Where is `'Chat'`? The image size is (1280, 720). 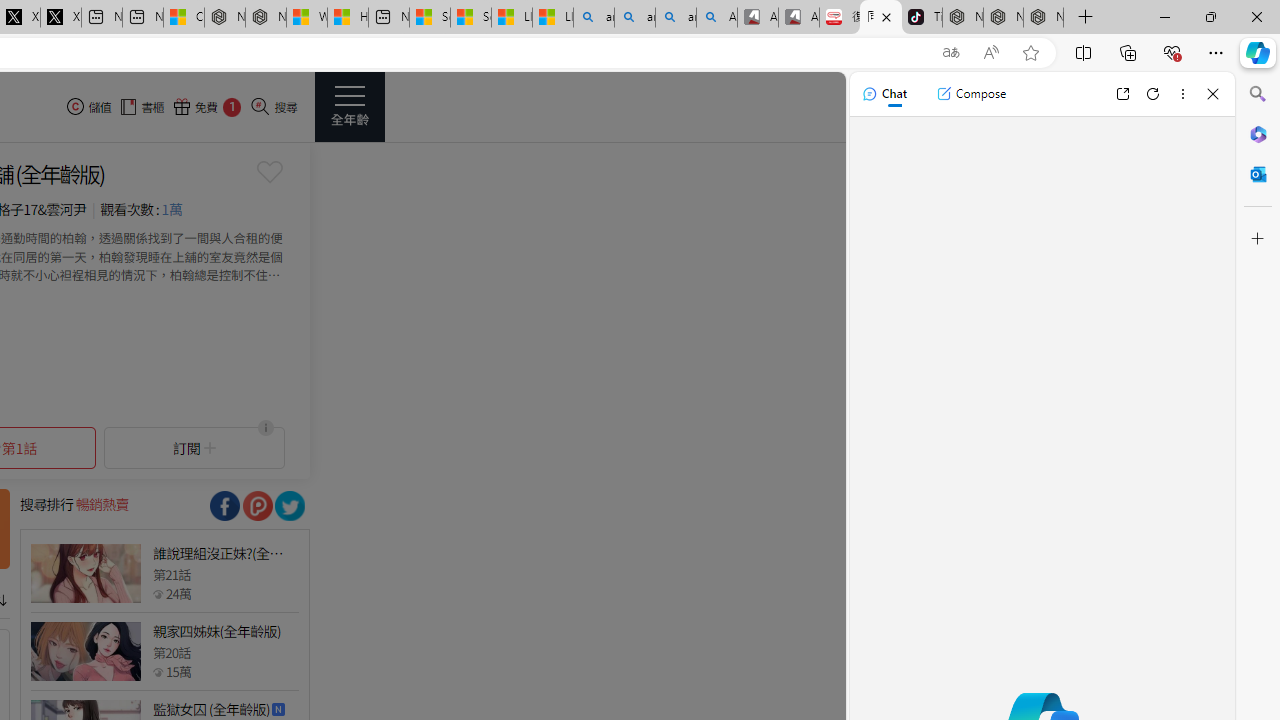 'Chat' is located at coordinates (883, 93).